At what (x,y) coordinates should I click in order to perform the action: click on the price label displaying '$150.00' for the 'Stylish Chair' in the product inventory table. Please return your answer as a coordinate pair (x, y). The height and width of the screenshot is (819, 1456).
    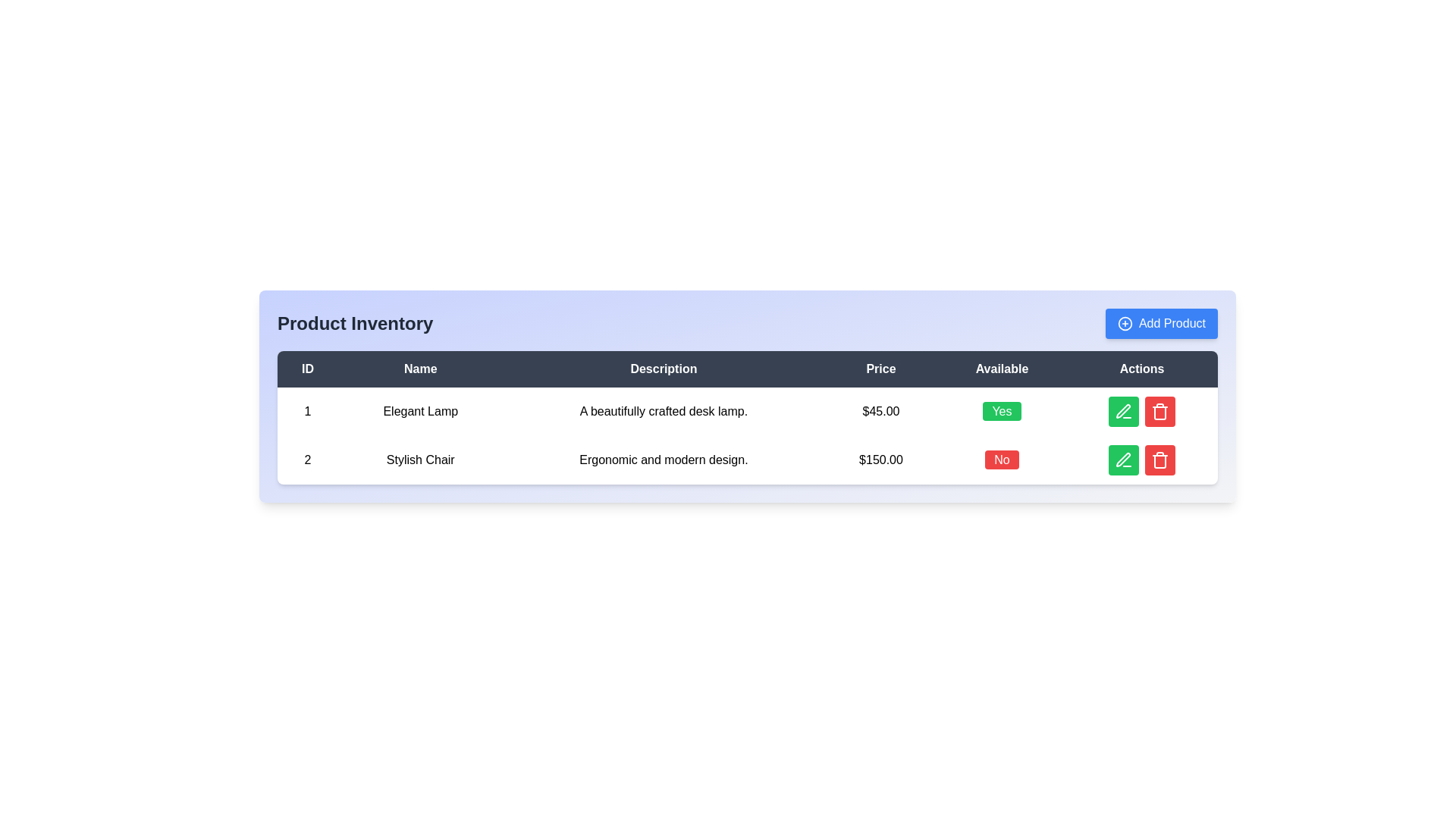
    Looking at the image, I should click on (880, 459).